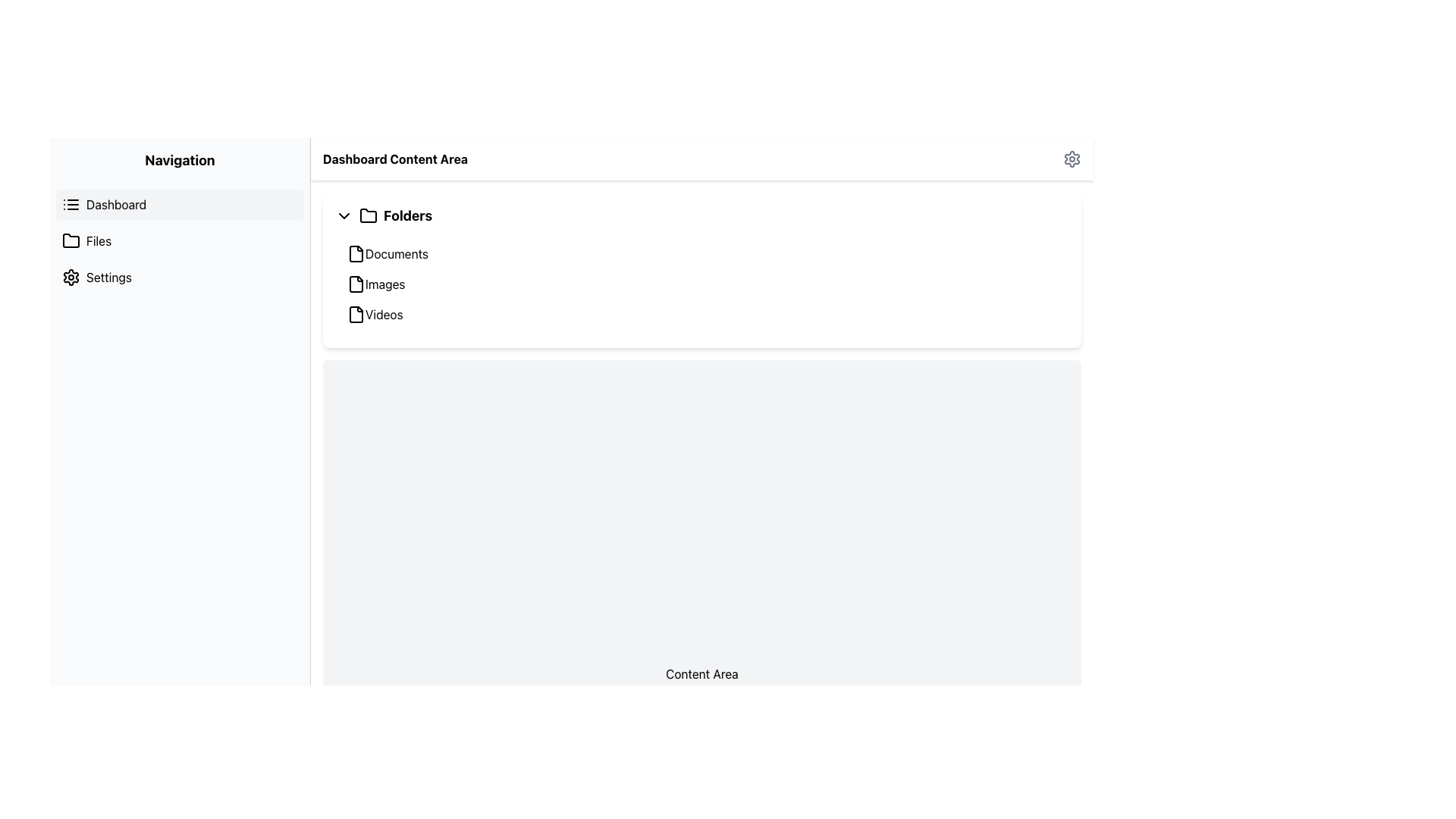 This screenshot has height=819, width=1456. I want to click on the graphical icon representing a file or document type located in the 'Videos' clickable row in the 'Folders' section of the dashboard, which is the leftmost component before the 'Videos' label, so click(356, 314).